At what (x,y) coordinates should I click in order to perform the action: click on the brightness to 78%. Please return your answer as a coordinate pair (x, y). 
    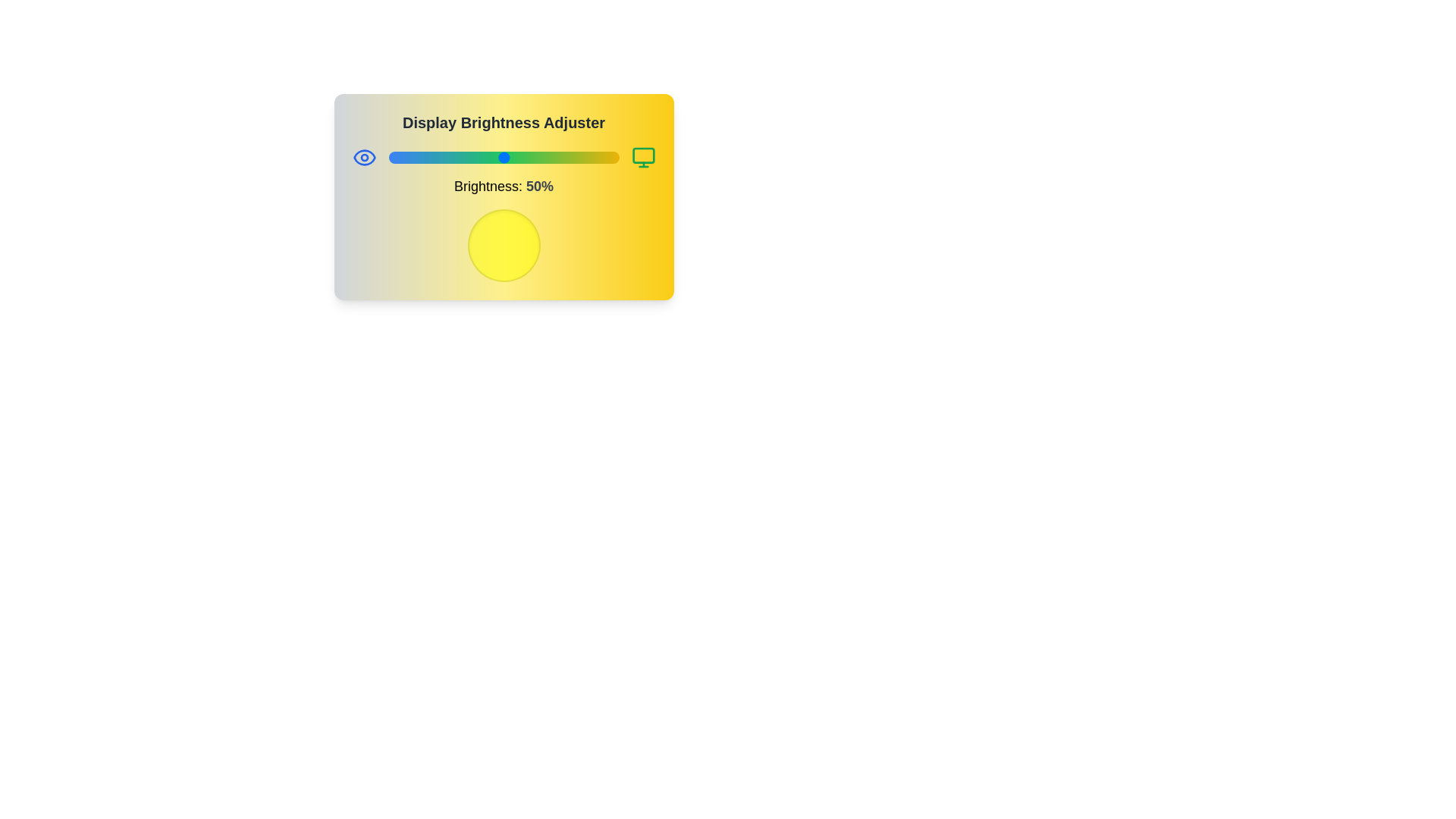
    Looking at the image, I should click on (567, 158).